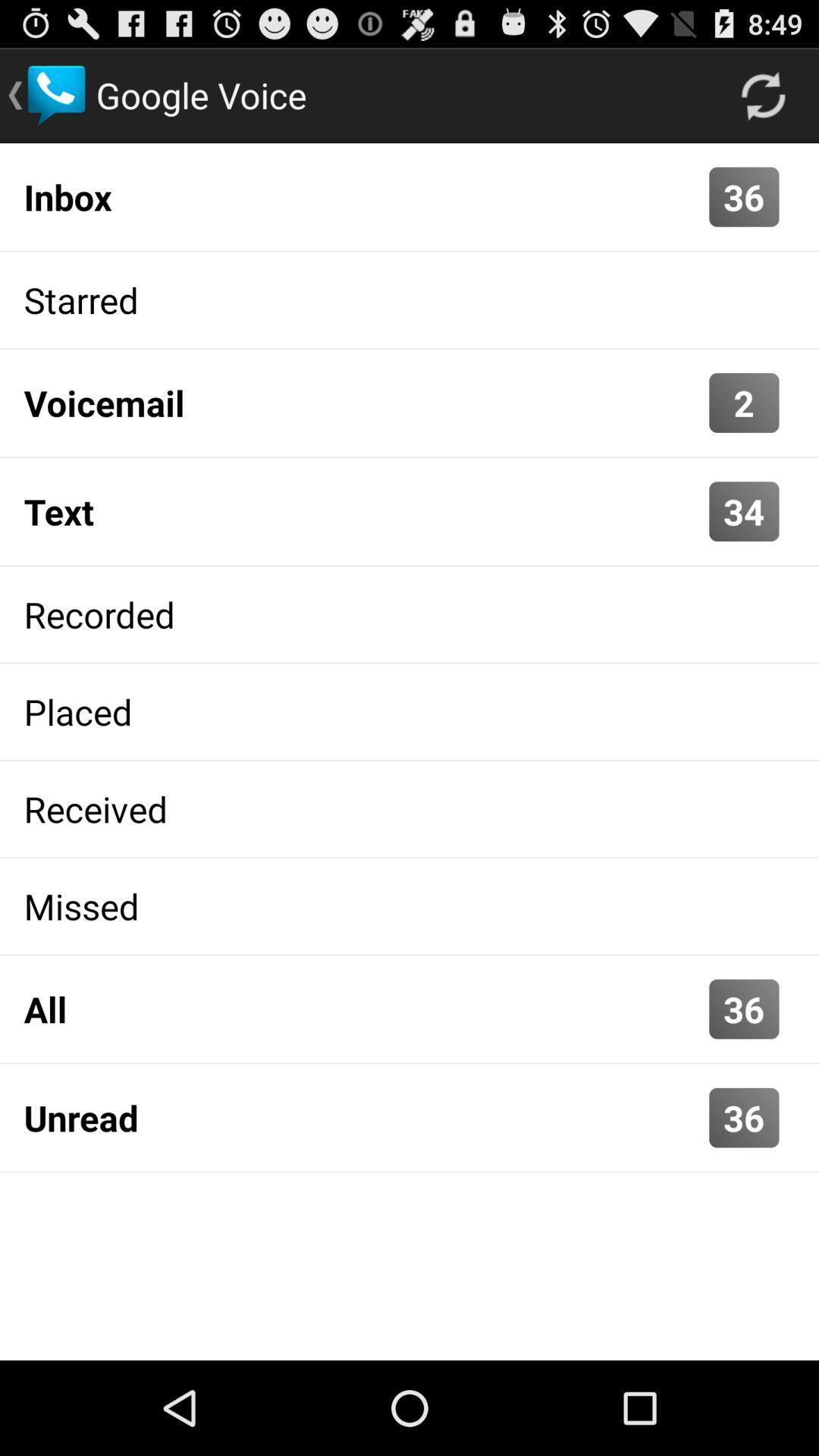 The width and height of the screenshot is (819, 1456). Describe the element at coordinates (362, 196) in the screenshot. I see `the app to the left of 36 icon` at that location.